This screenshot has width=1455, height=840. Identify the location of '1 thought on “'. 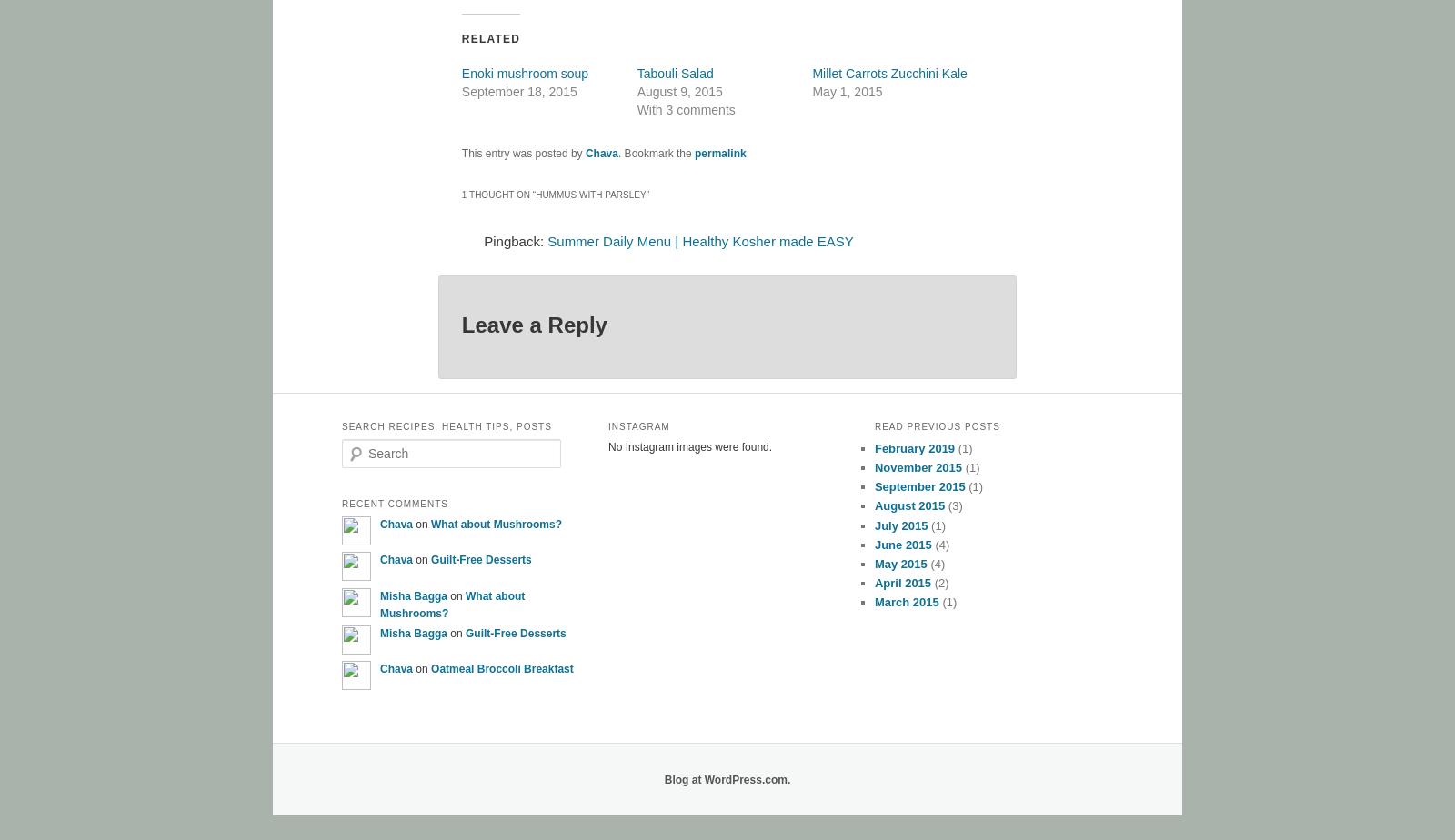
(460, 195).